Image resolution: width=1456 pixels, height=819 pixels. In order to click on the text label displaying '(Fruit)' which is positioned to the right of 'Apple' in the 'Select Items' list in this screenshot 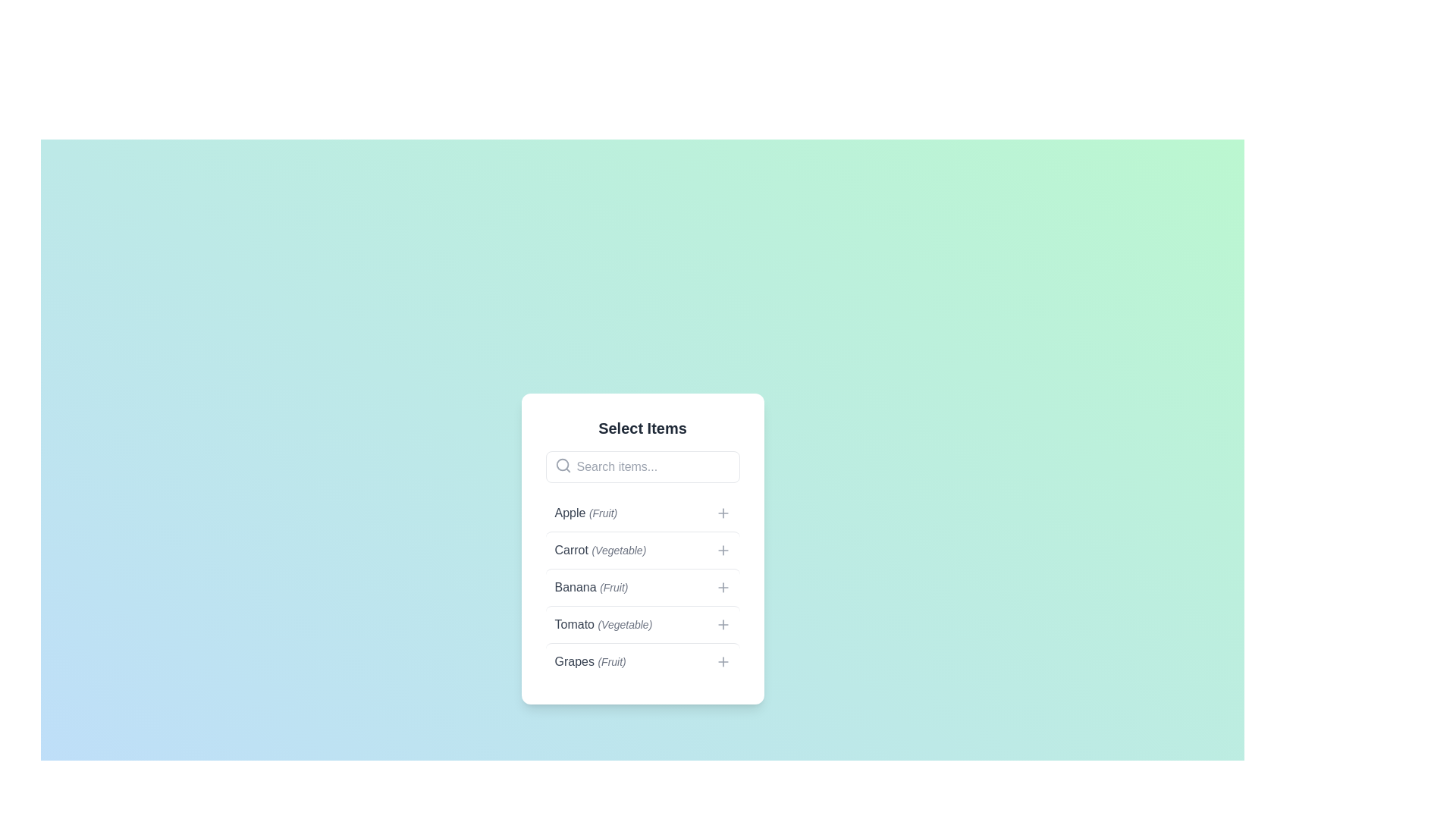, I will do `click(602, 513)`.